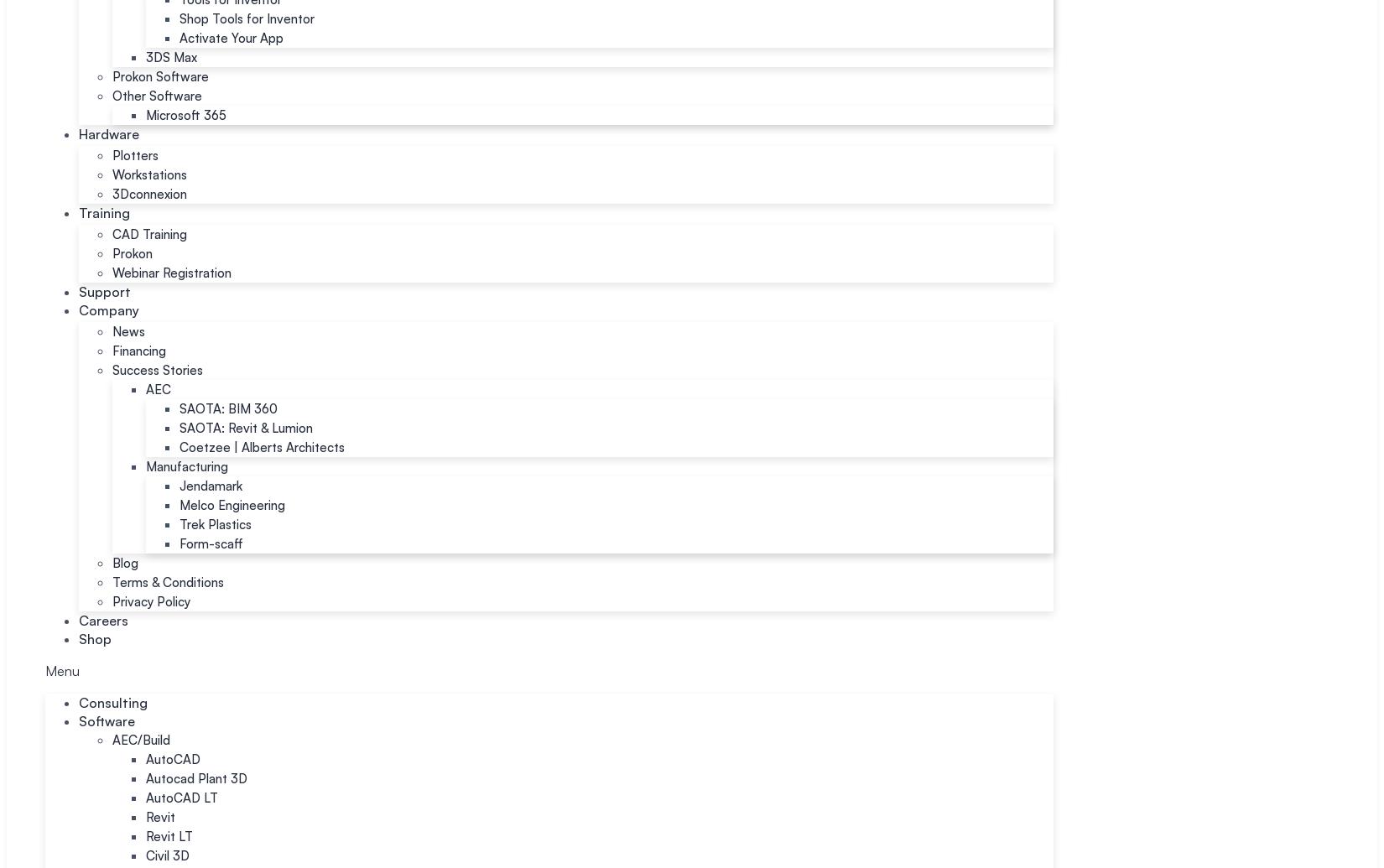  I want to click on 'AEC/Build', so click(112, 739).